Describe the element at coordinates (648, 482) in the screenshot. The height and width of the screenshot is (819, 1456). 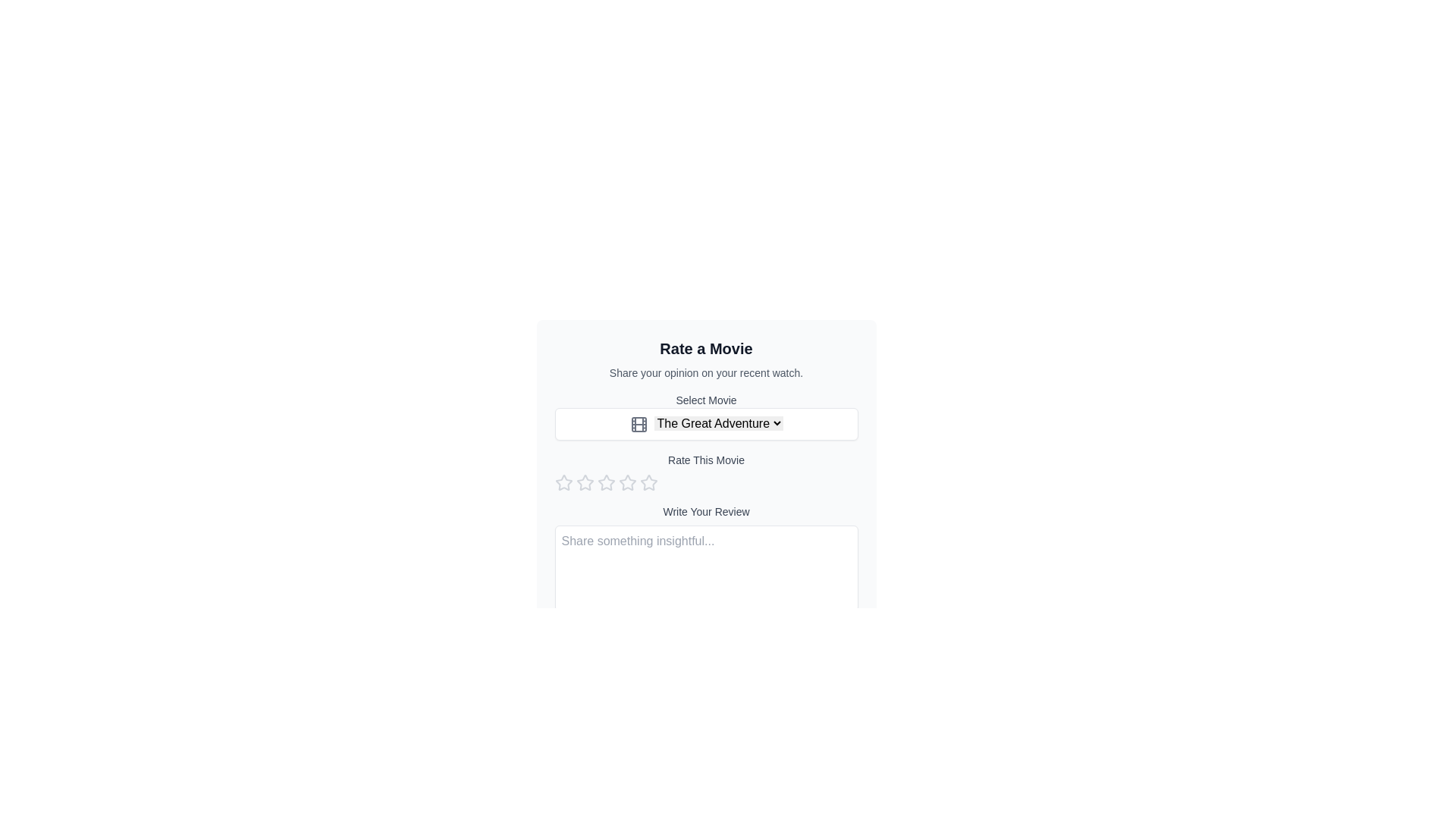
I see `the fifth star-shaped icon in the rating system` at that location.